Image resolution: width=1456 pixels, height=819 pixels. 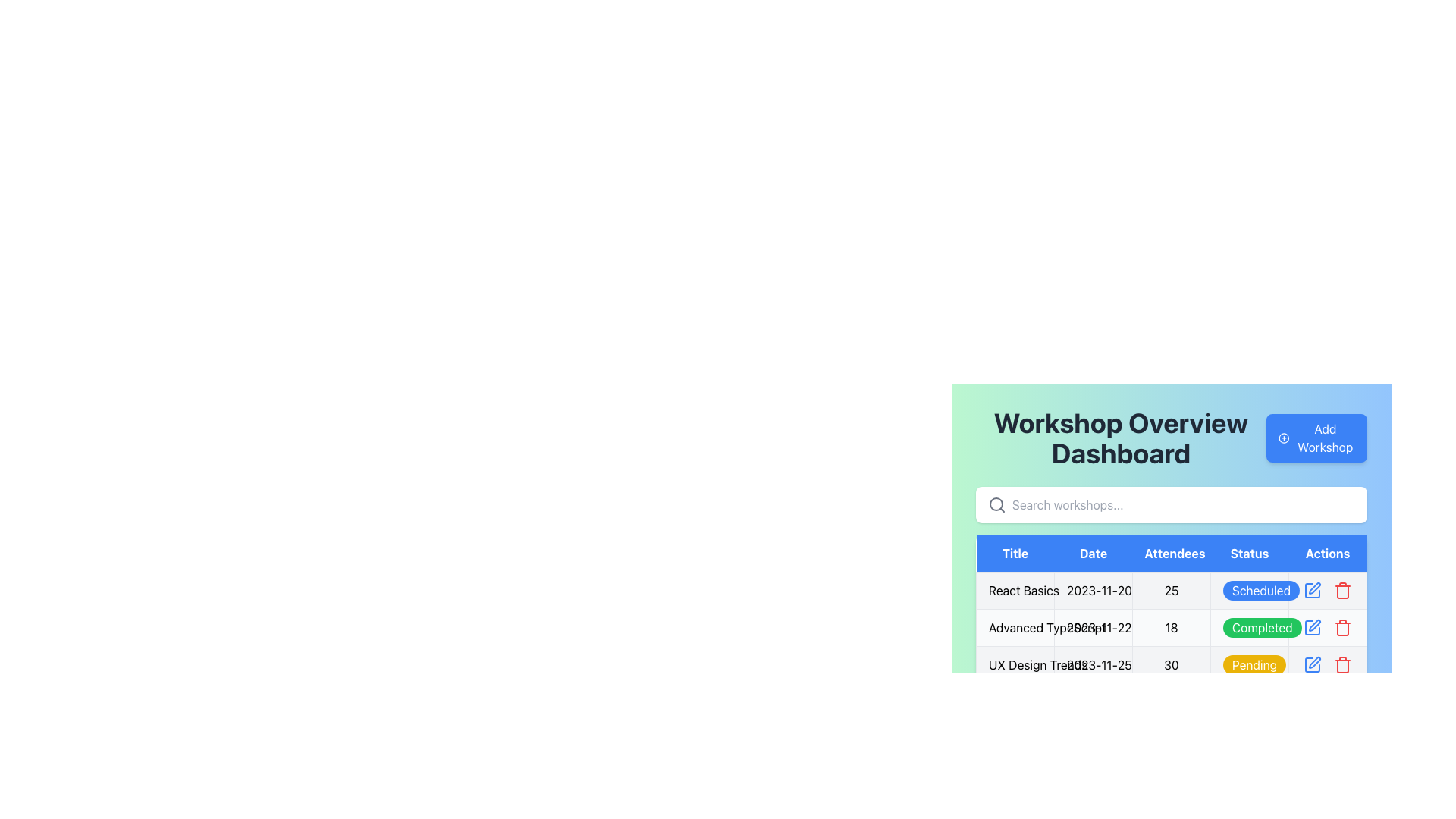 What do you see at coordinates (1093, 664) in the screenshot?
I see `the text label displaying '2023-11-25' in the 'Date' column of the 'UX Design Trends' row` at bounding box center [1093, 664].